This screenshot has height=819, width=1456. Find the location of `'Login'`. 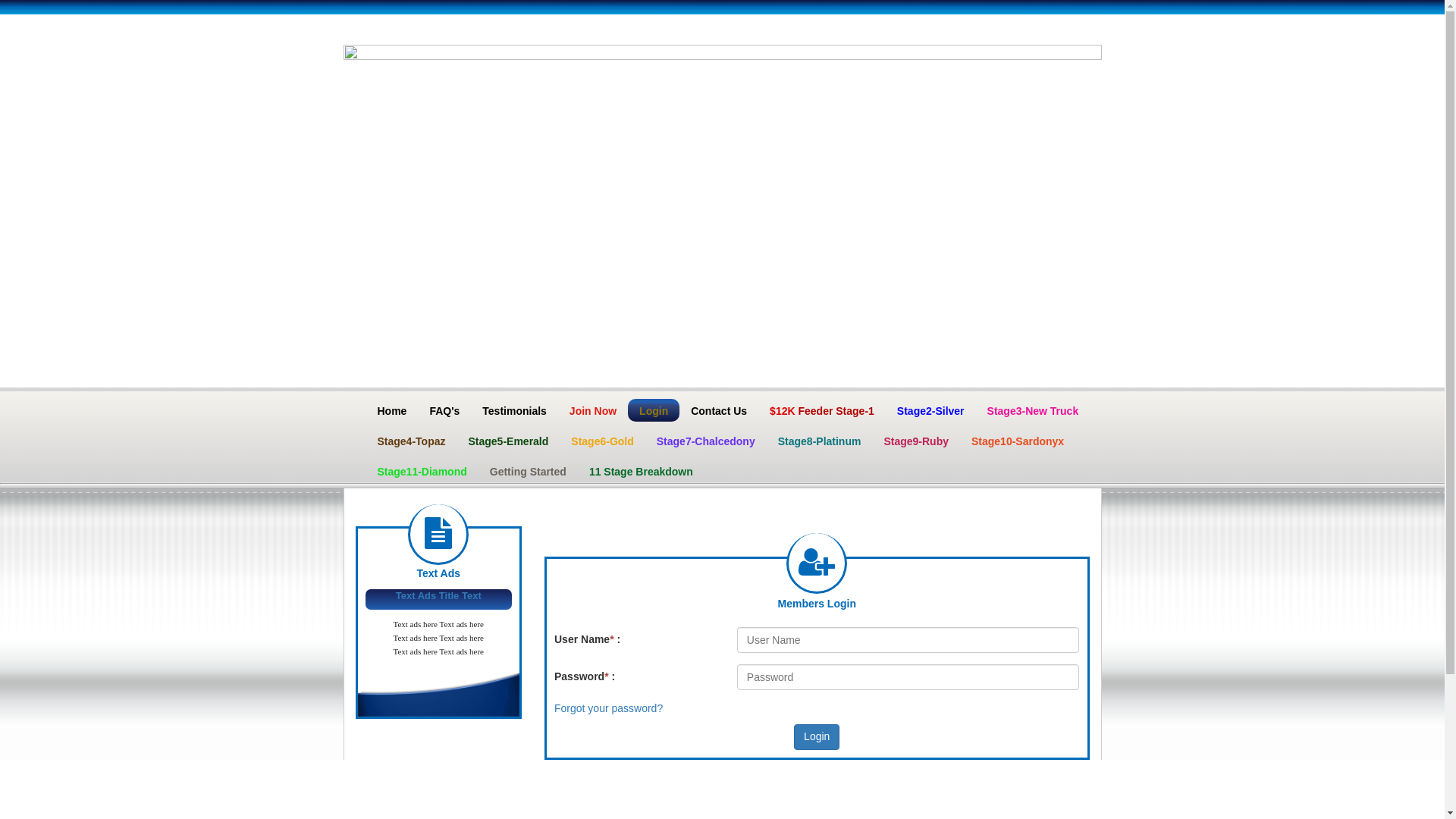

'Login' is located at coordinates (654, 409).